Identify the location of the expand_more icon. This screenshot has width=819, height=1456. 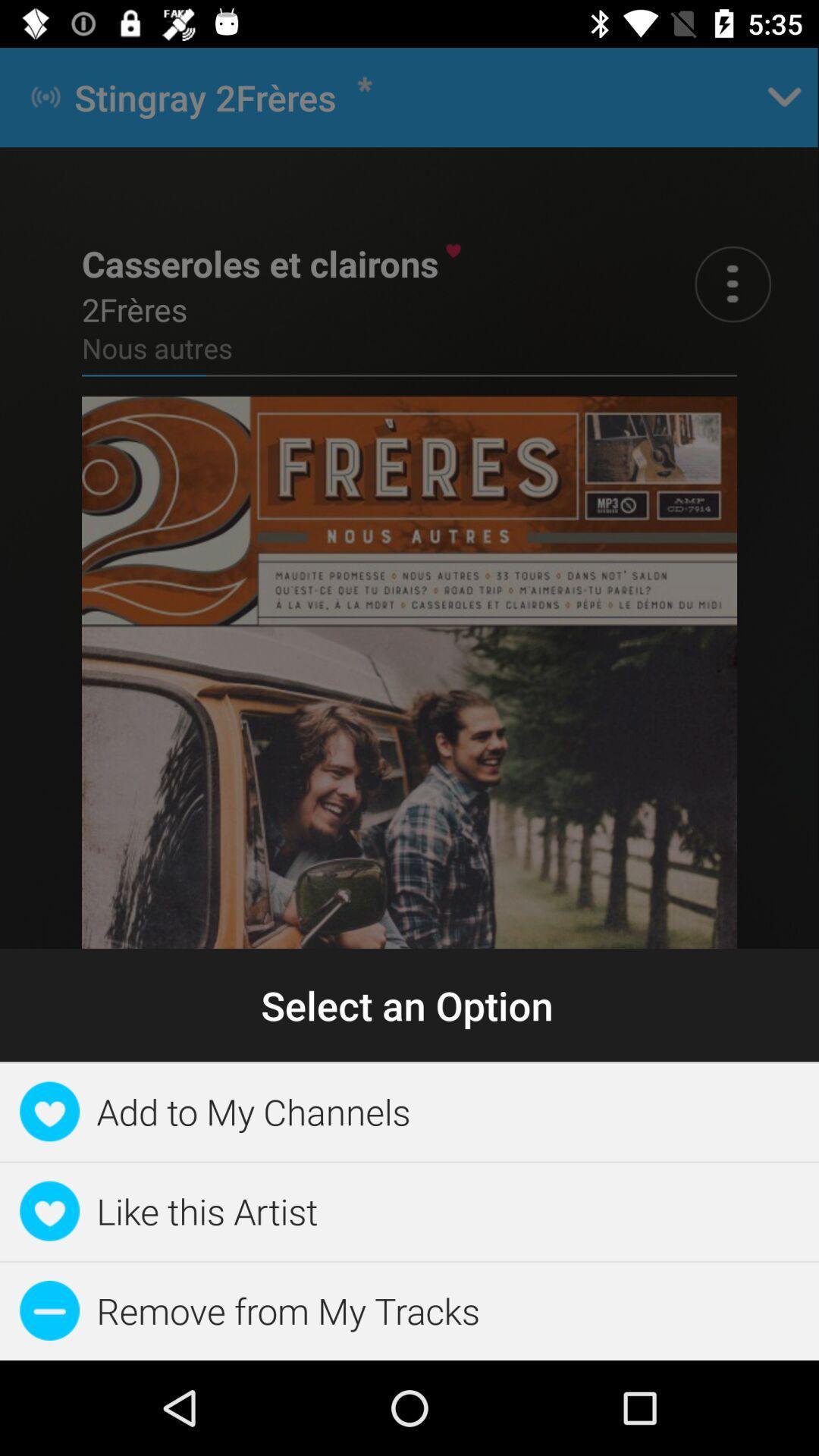
(784, 96).